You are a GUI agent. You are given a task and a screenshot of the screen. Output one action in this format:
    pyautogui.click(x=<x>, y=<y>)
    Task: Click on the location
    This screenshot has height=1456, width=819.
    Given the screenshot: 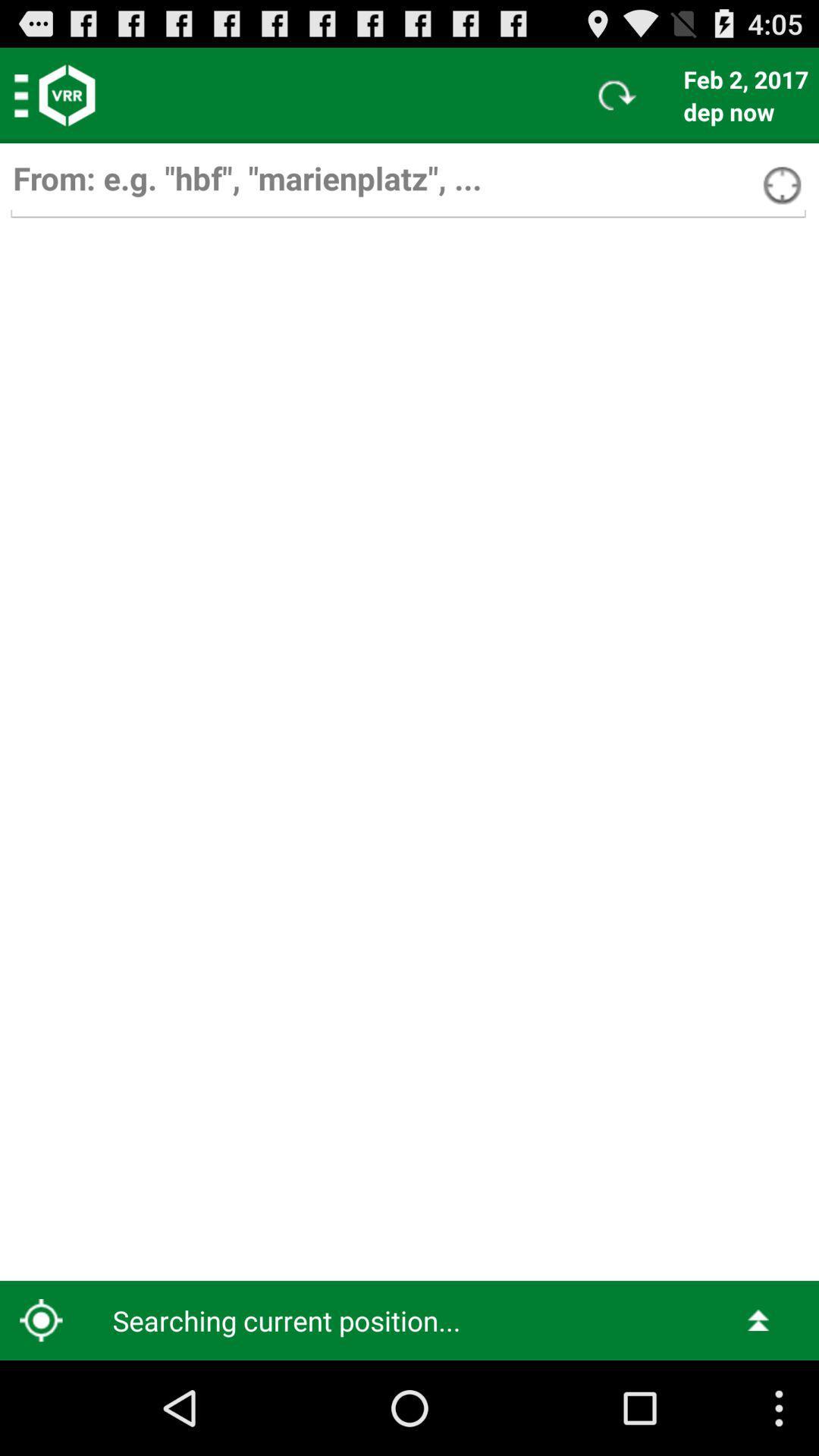 What is the action you would take?
    pyautogui.click(x=407, y=185)
    